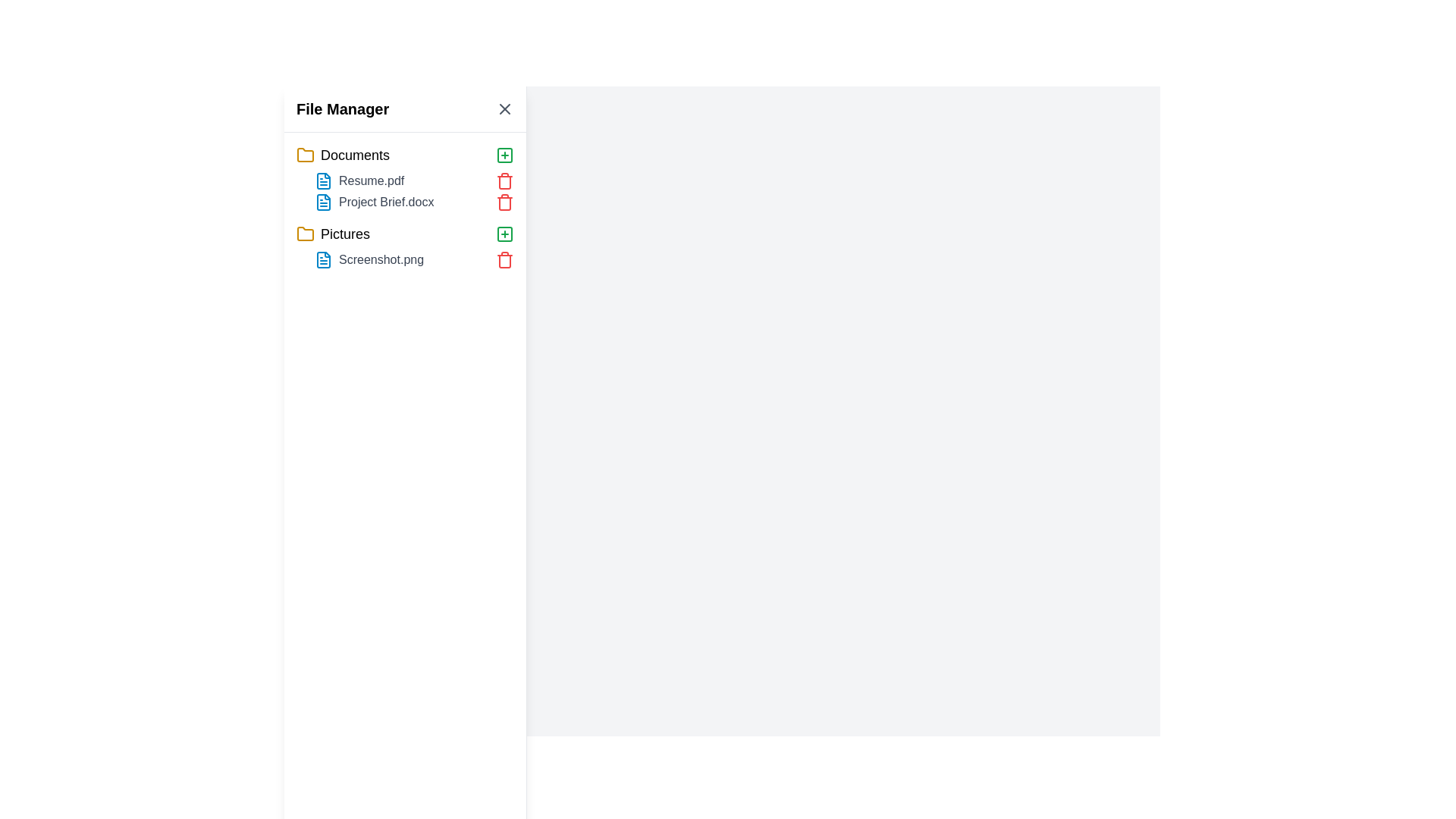 This screenshot has width=1456, height=819. What do you see at coordinates (381, 259) in the screenshot?
I see `the static text label displaying 'Screenshot.png' in the file manager interface, located under the 'Pictures' folder` at bounding box center [381, 259].